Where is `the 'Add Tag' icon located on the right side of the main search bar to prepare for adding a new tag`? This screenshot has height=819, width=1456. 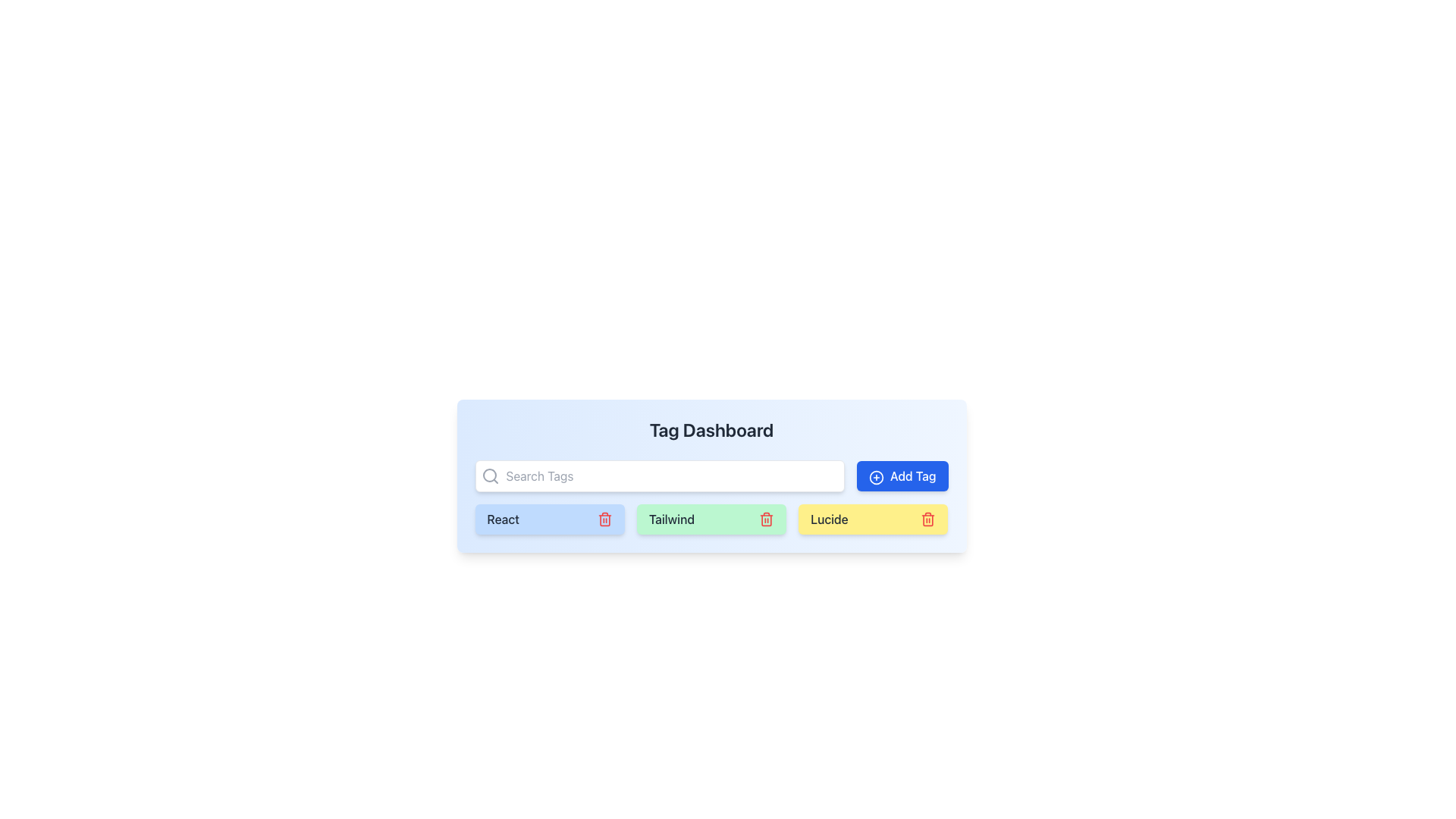 the 'Add Tag' icon located on the right side of the main search bar to prepare for adding a new tag is located at coordinates (876, 476).